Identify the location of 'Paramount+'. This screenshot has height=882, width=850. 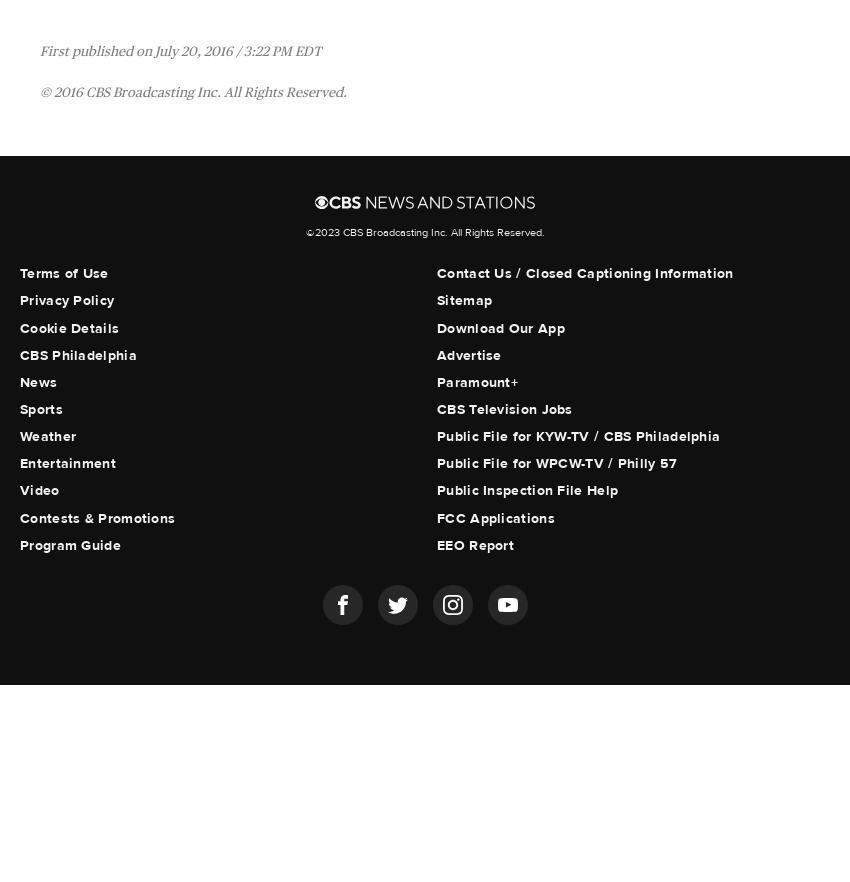
(477, 381).